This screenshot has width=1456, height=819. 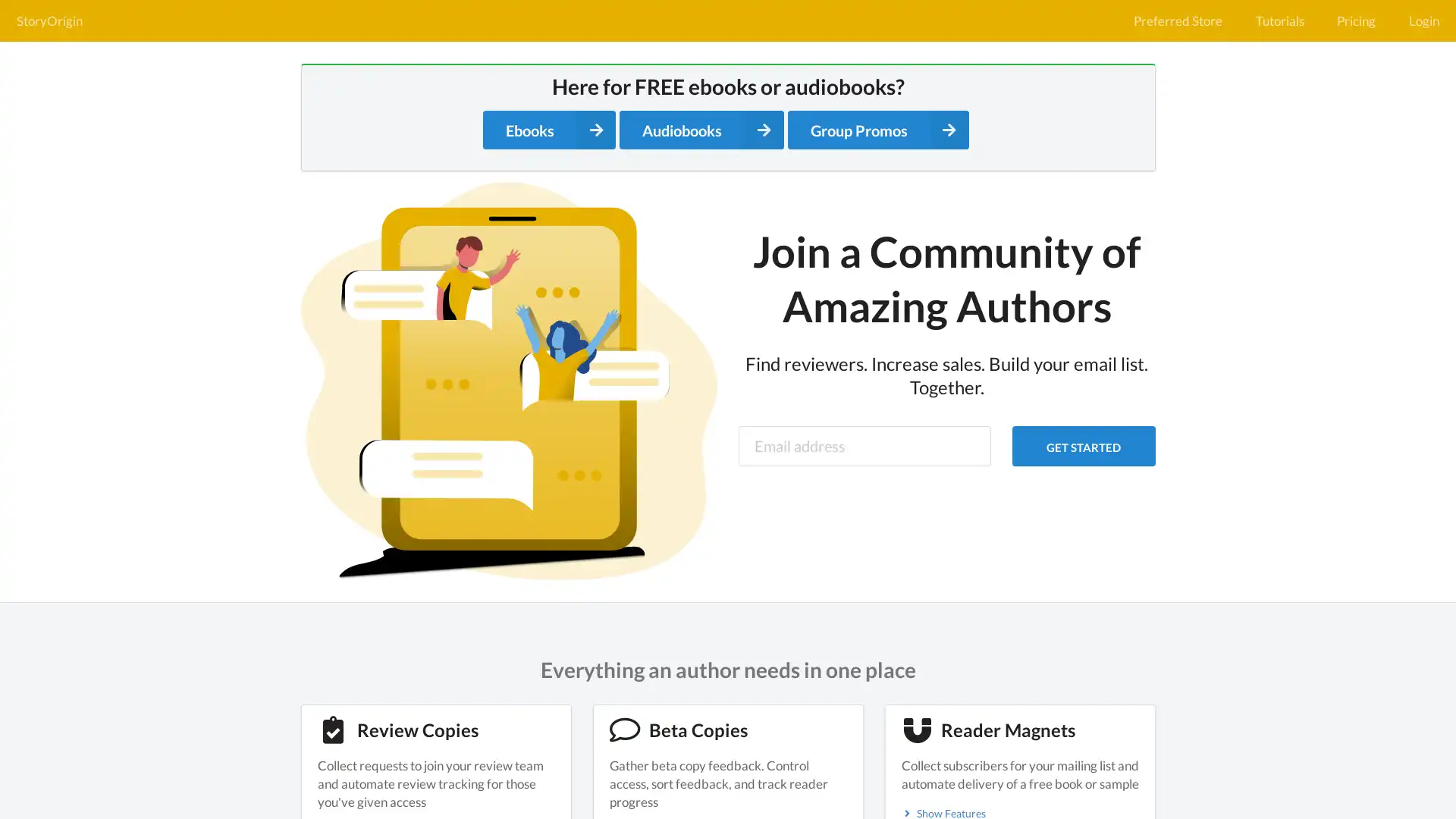 I want to click on Ebooks, so click(x=548, y=129).